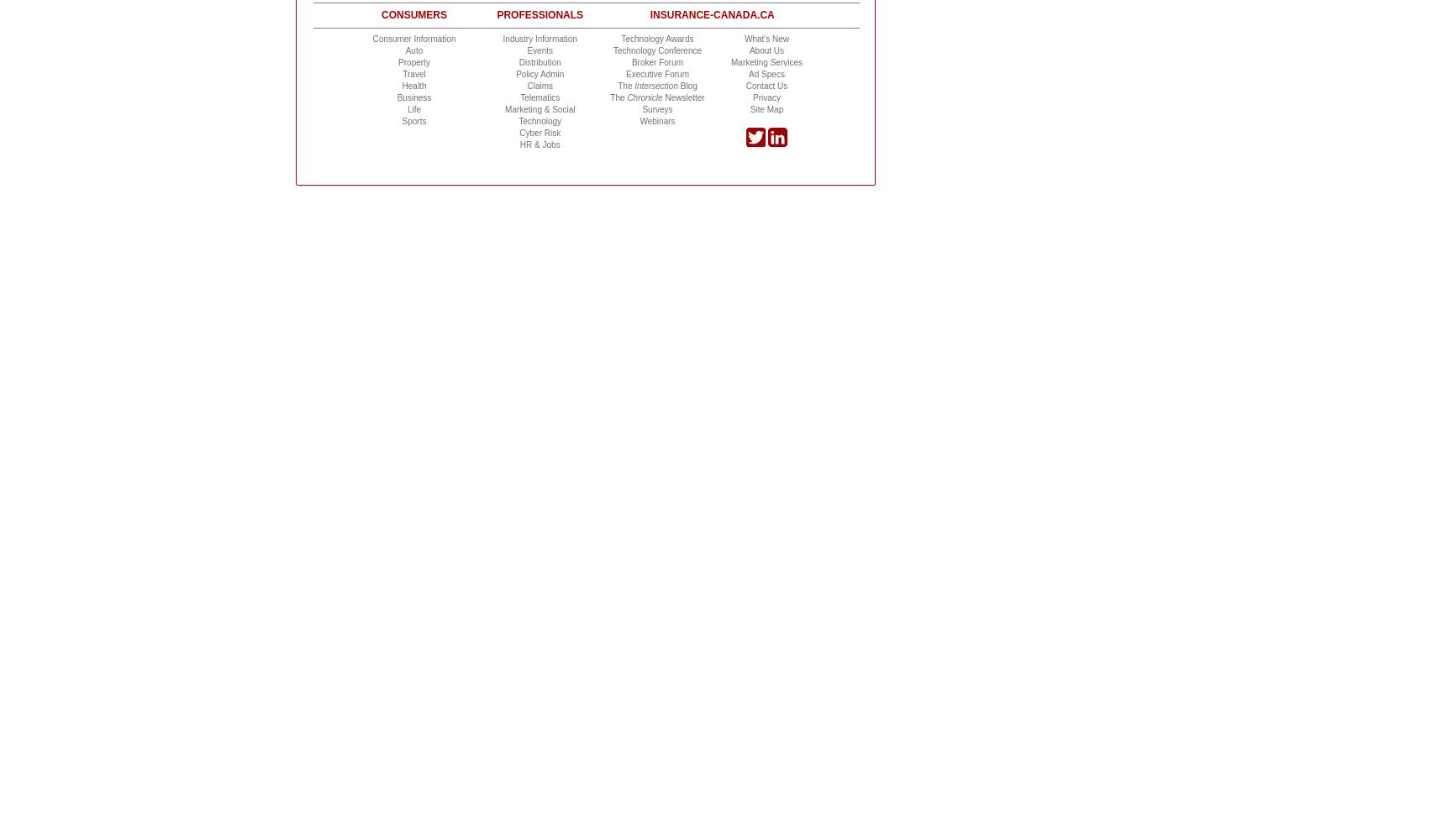 Image resolution: width=1432 pixels, height=840 pixels. I want to click on 'Consumers', so click(413, 15).